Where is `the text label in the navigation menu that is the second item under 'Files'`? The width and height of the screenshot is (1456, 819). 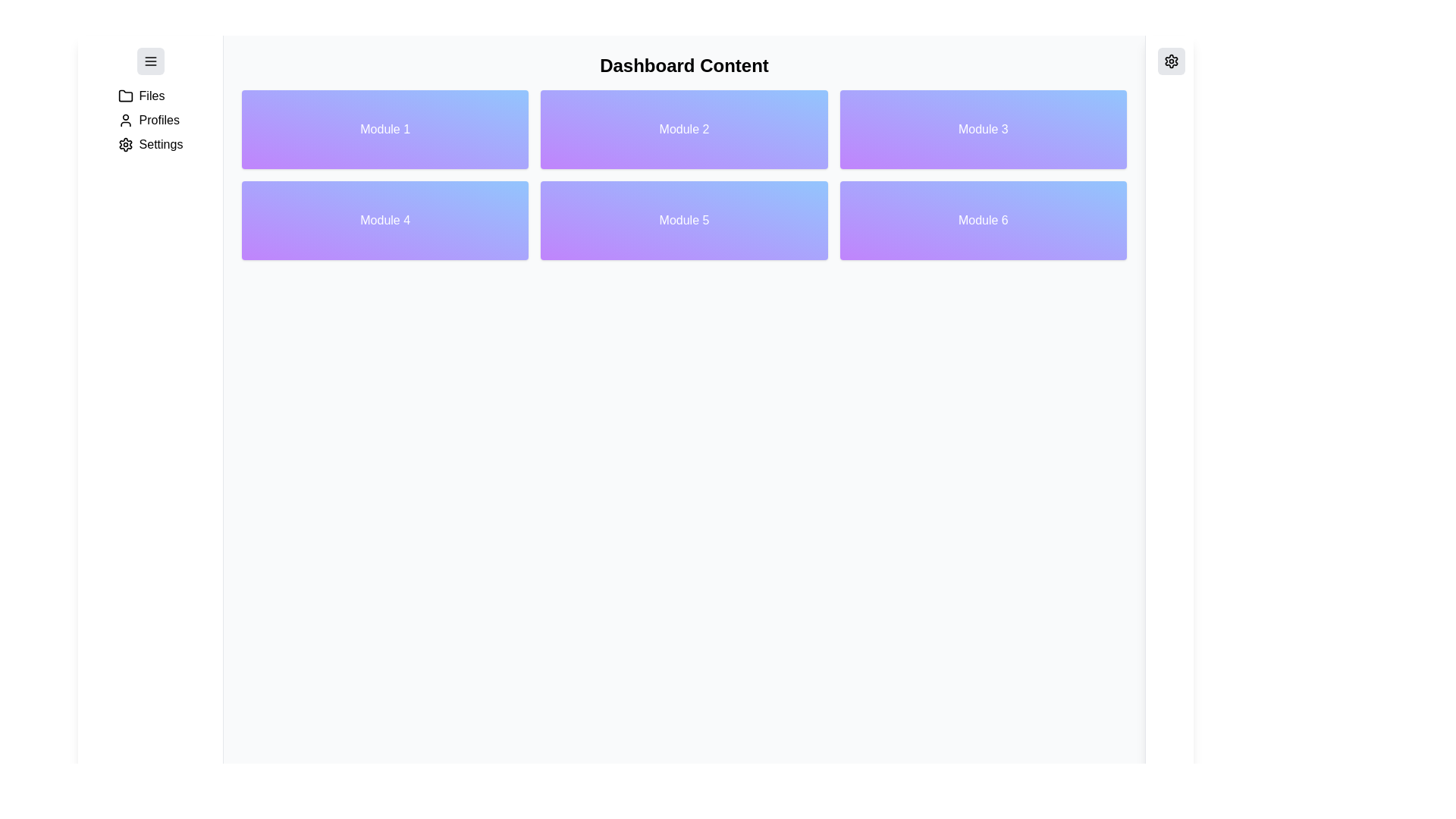
the text label in the navigation menu that is the second item under 'Files' is located at coordinates (159, 119).